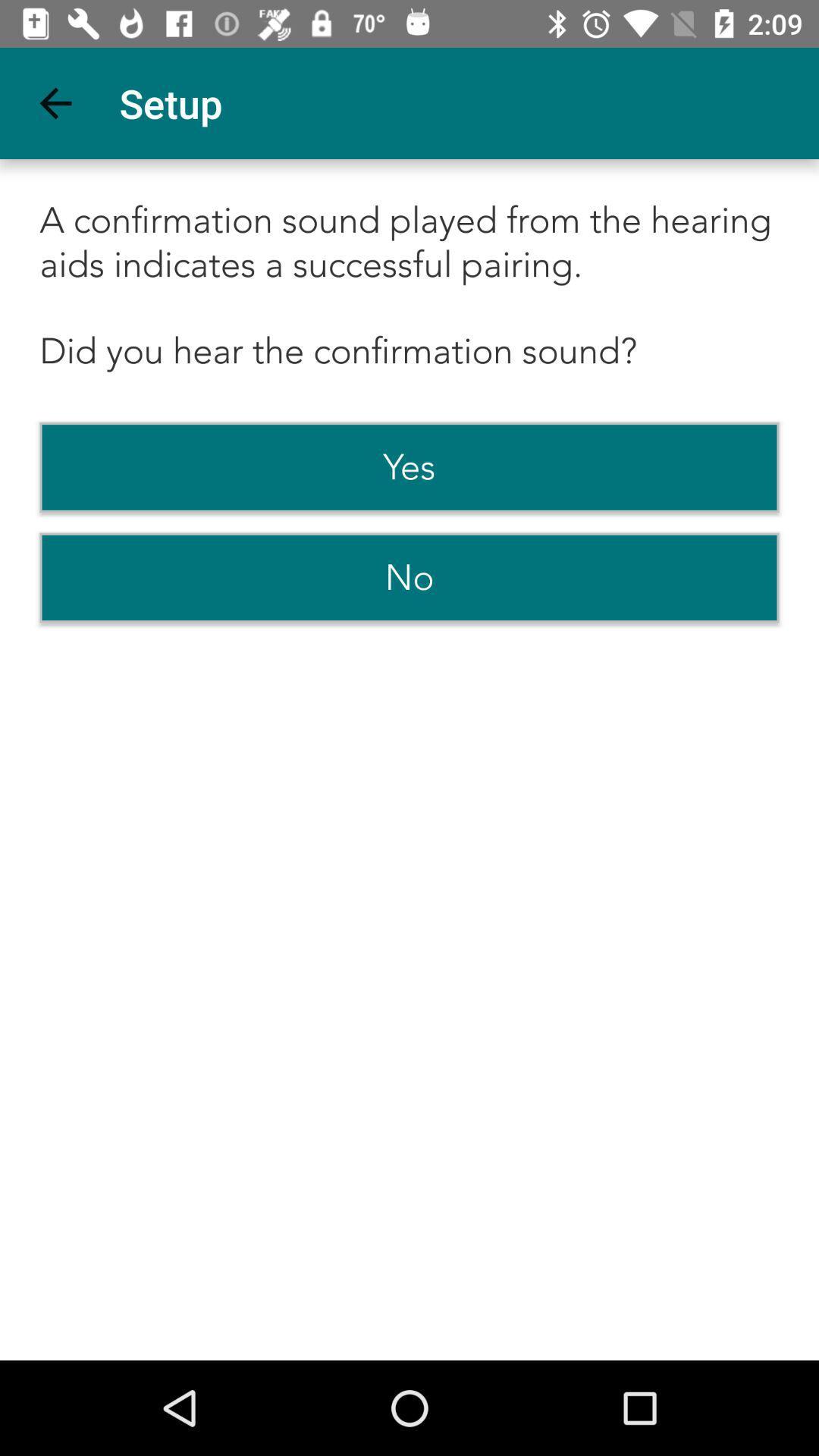 The image size is (819, 1456). I want to click on the item above a confirmation sound item, so click(55, 102).